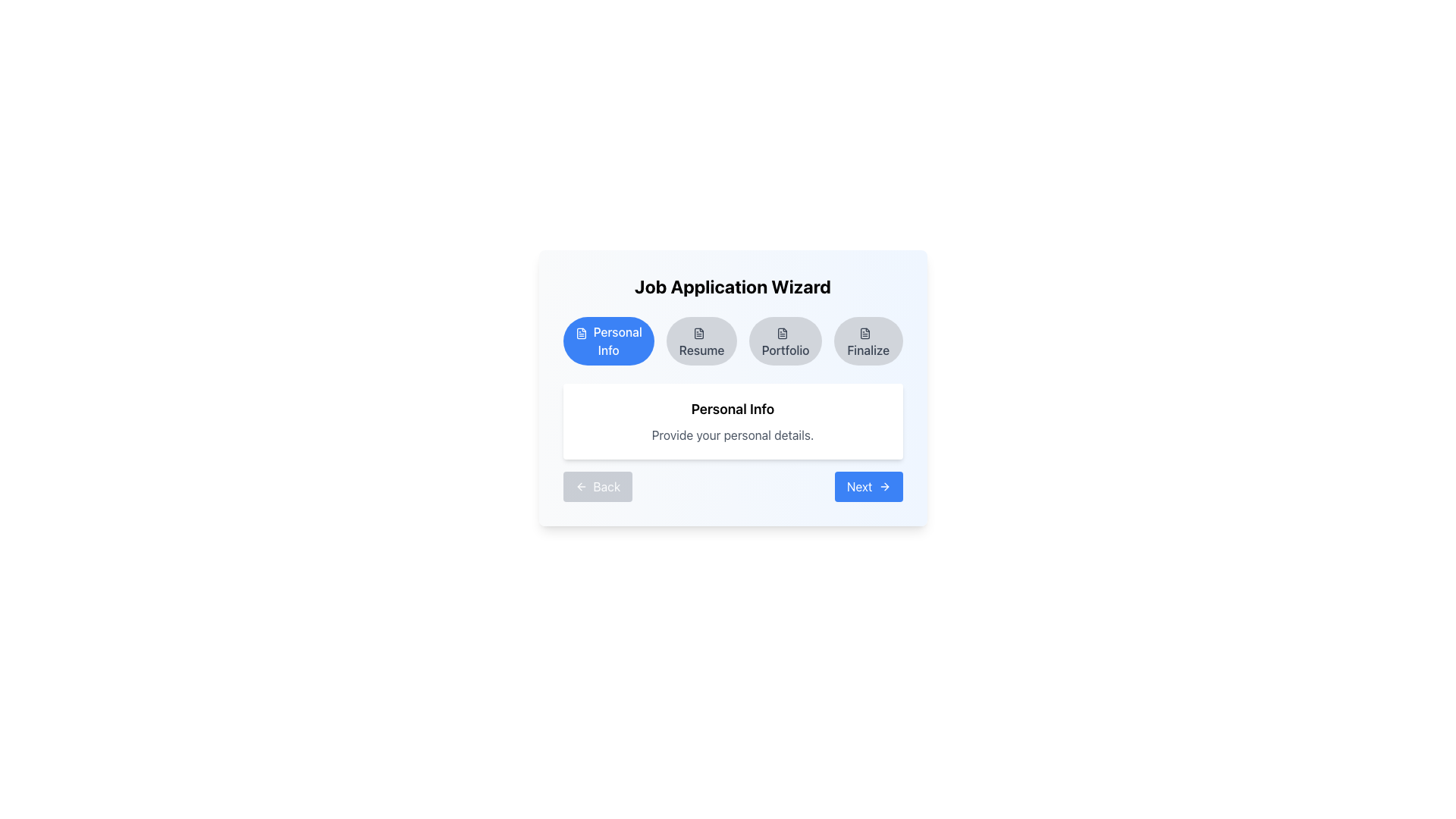  Describe the element at coordinates (698, 332) in the screenshot. I see `the outlined file icon located to the left of the 'Resume' text in the 'Job Application Wizard' interface` at that location.